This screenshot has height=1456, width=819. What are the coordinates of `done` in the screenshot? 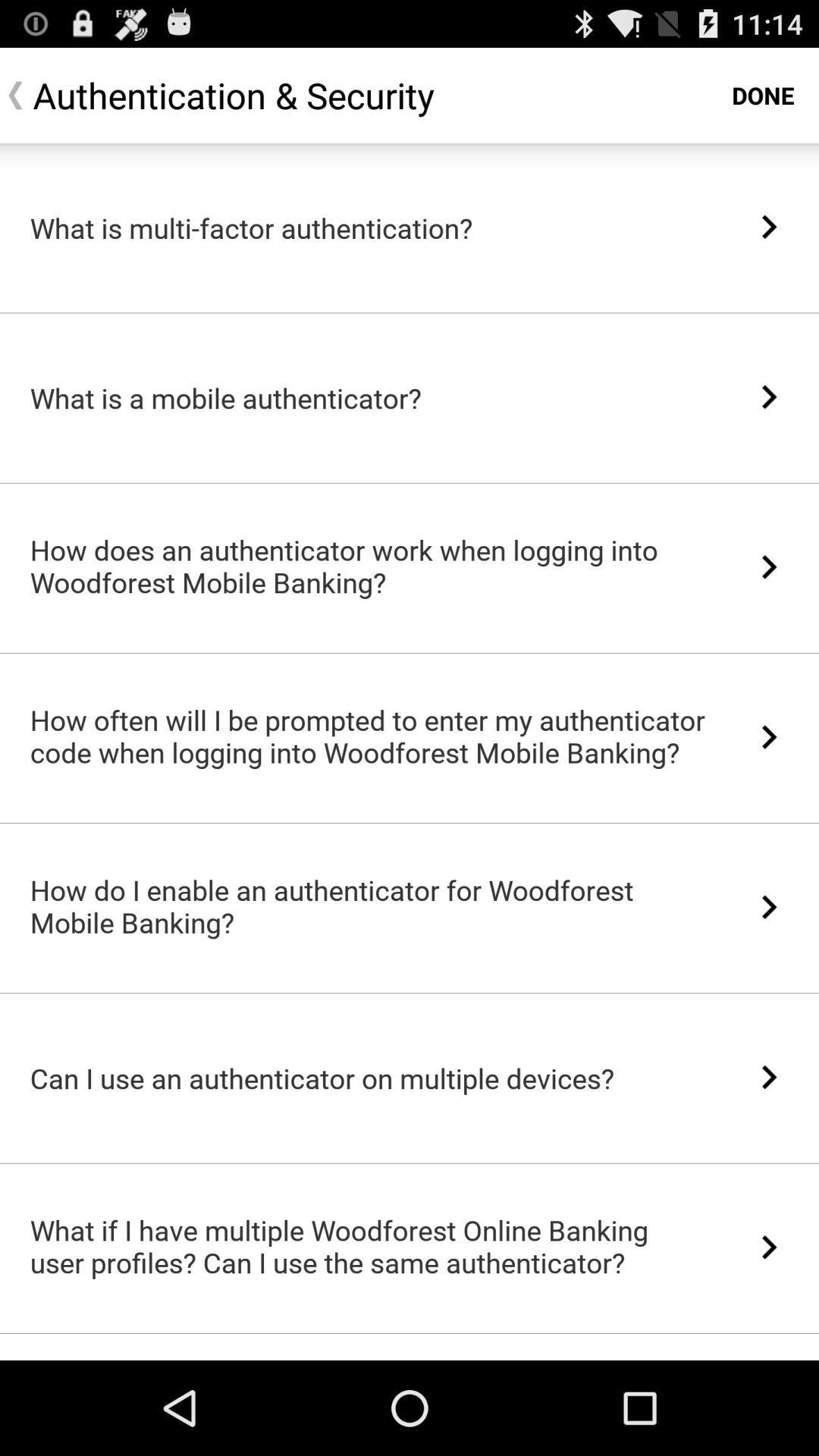 It's located at (763, 94).